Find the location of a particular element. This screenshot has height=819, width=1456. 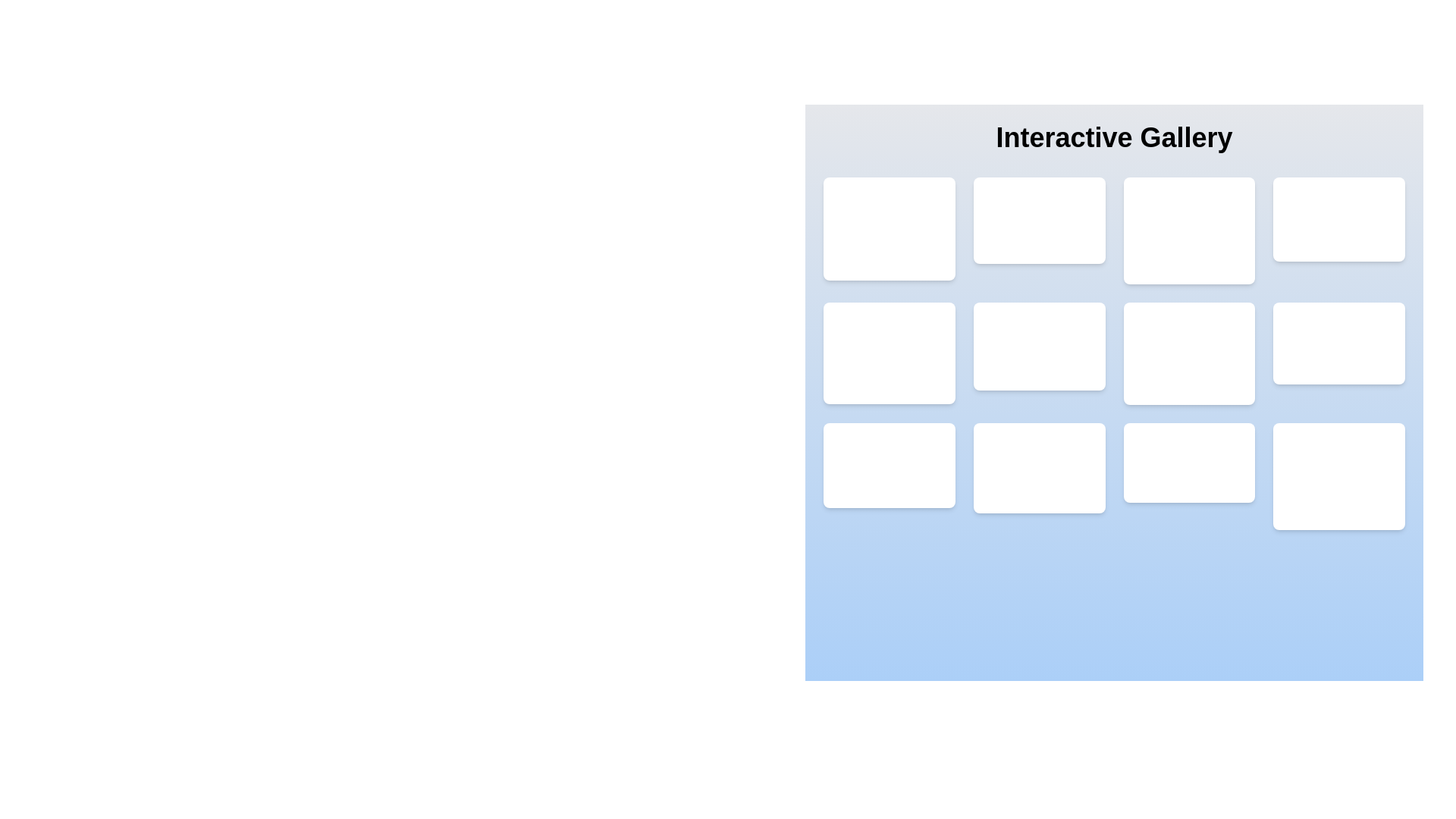

the 'Artwork #12' card located at the bottom right corner of the grid layout is located at coordinates (1339, 475).